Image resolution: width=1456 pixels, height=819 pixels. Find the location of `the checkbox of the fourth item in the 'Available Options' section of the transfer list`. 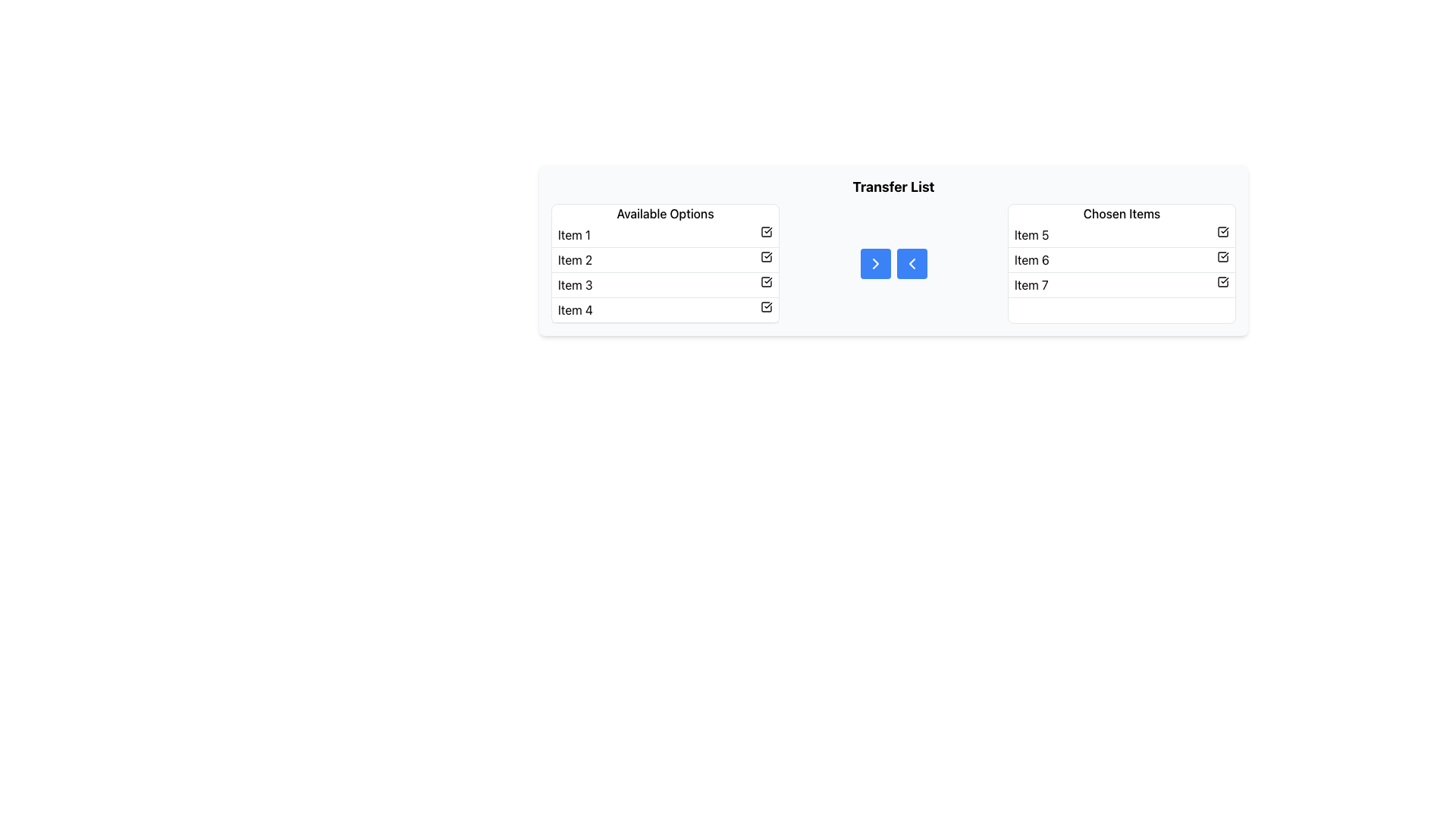

the checkbox of the fourth item in the 'Available Options' section of the transfer list is located at coordinates (665, 309).